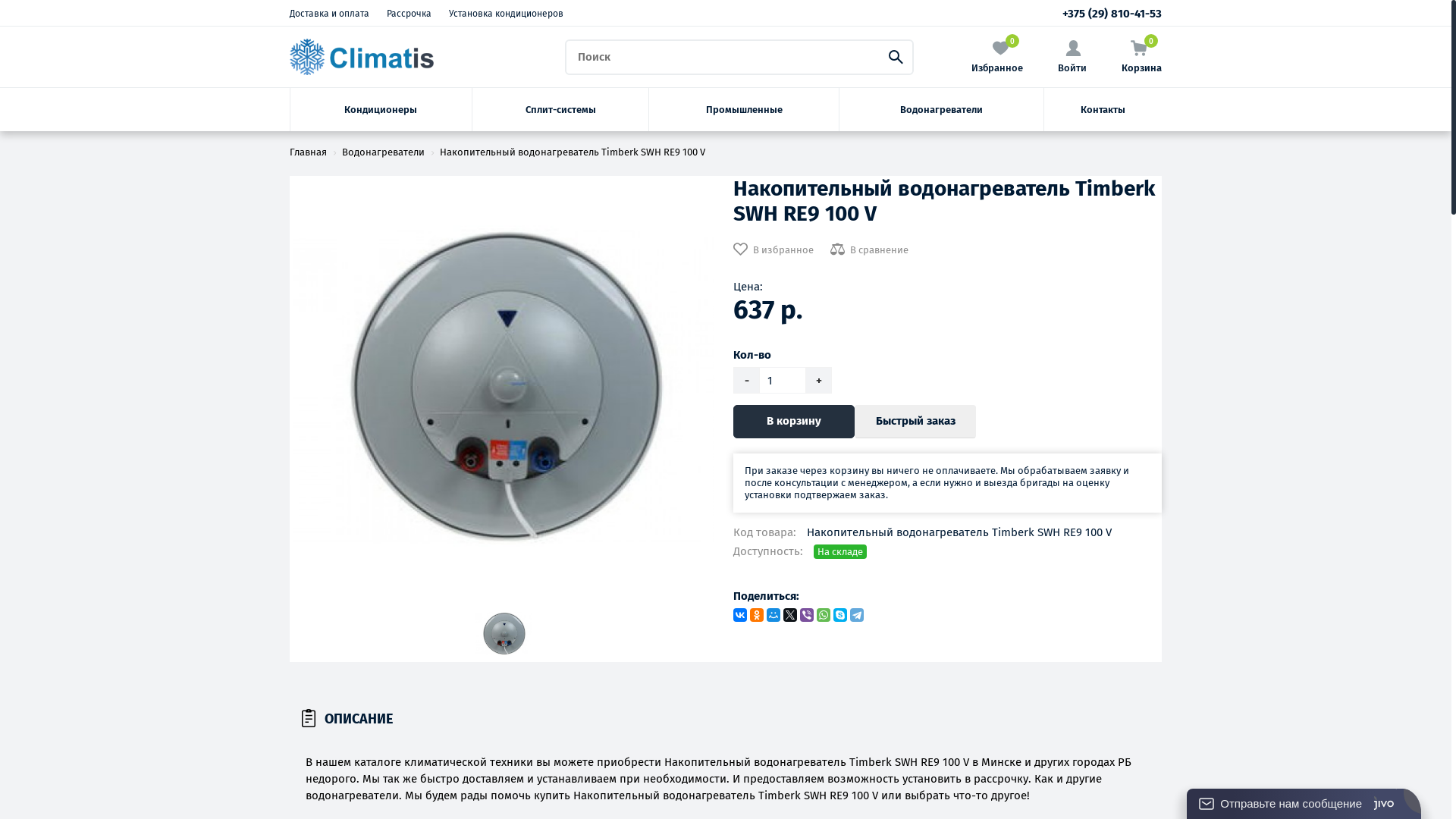 The height and width of the screenshot is (819, 1456). What do you see at coordinates (1112, 14) in the screenshot?
I see `'+375 (29) 810-41-53'` at bounding box center [1112, 14].